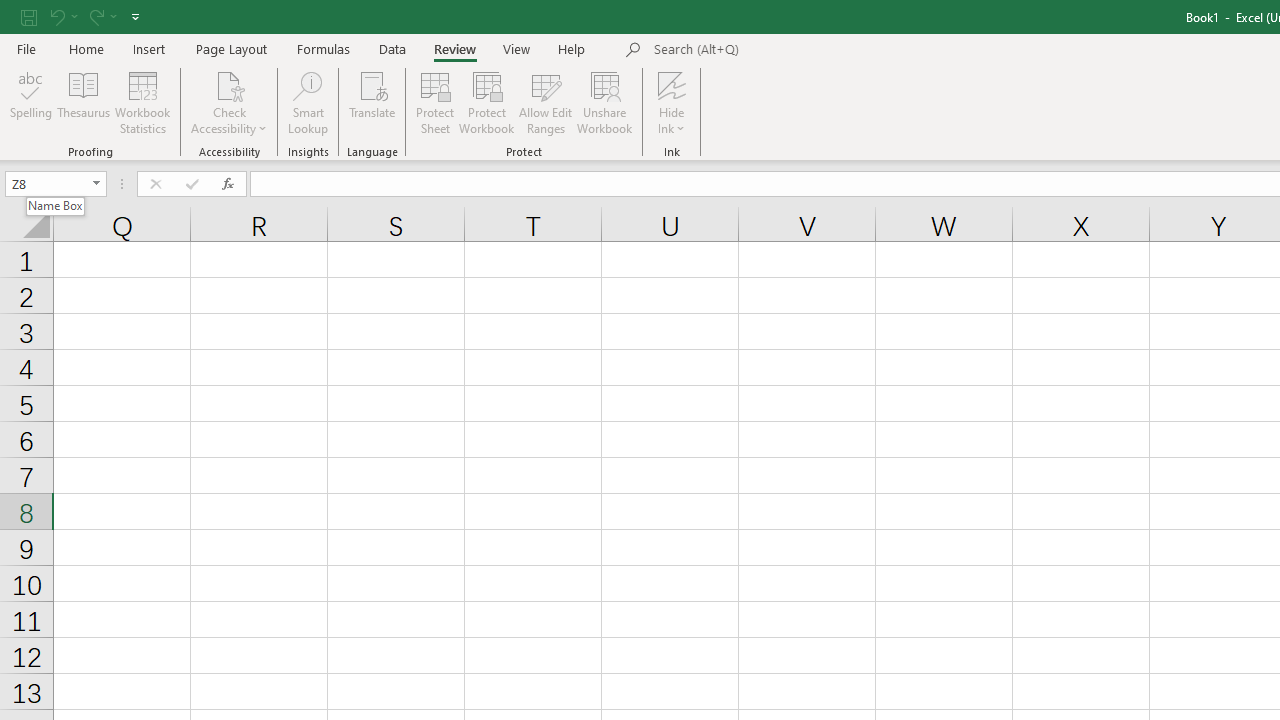 Image resolution: width=1280 pixels, height=720 pixels. I want to click on 'Thesaurus...', so click(82, 103).